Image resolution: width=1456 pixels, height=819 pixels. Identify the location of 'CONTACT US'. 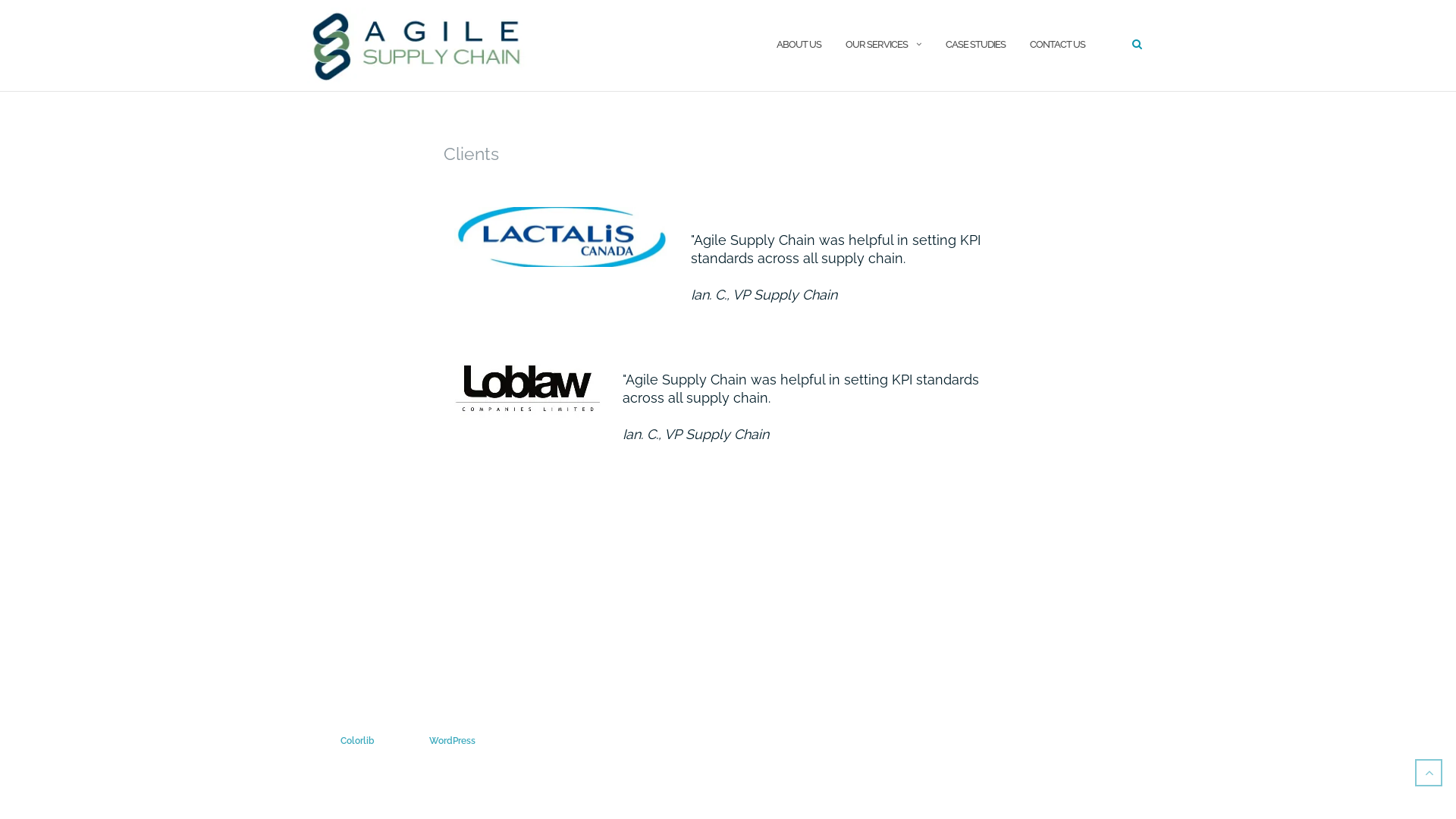
(1056, 44).